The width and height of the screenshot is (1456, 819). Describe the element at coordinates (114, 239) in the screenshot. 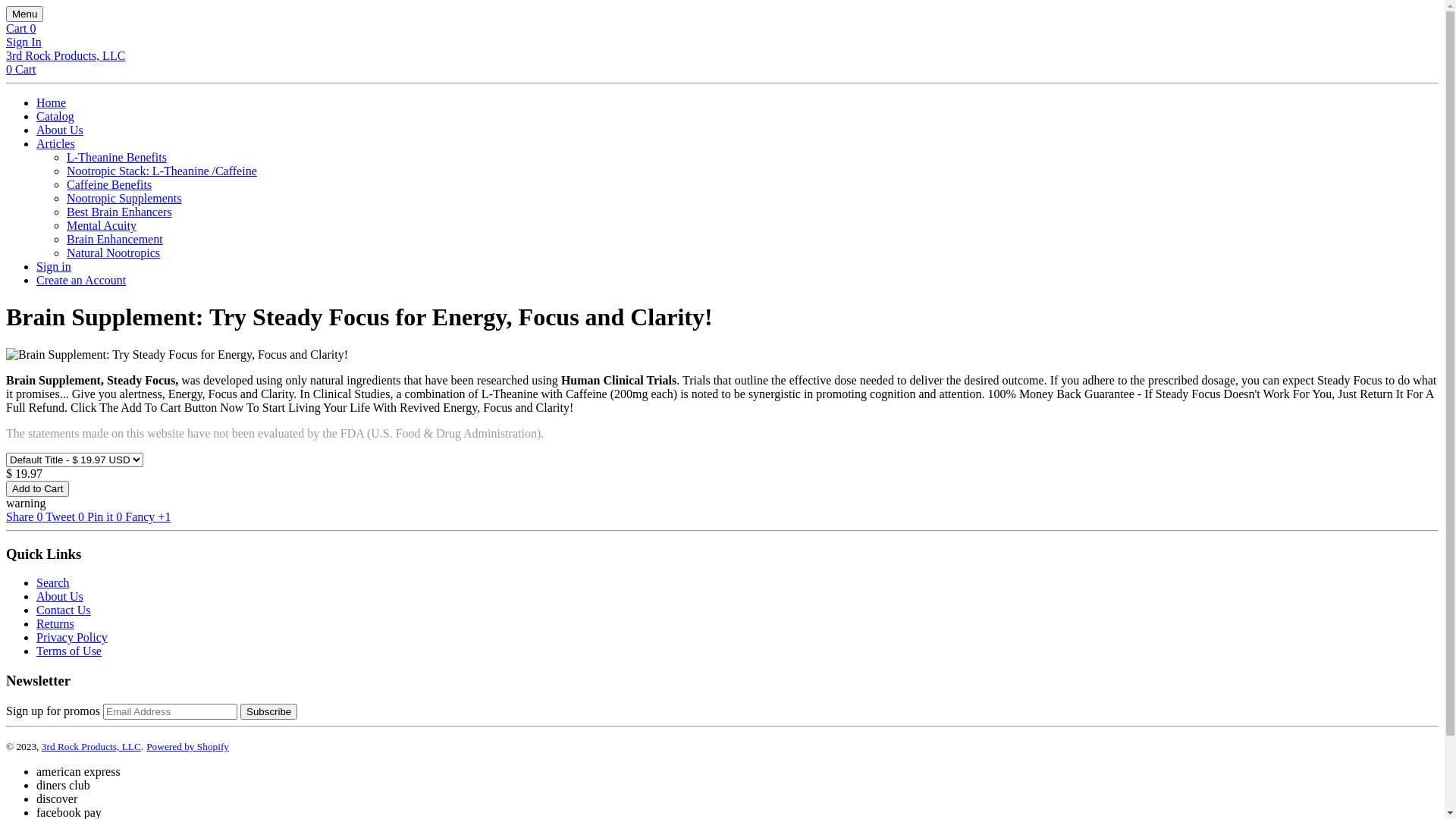

I see `'Brain Enhancement'` at that location.